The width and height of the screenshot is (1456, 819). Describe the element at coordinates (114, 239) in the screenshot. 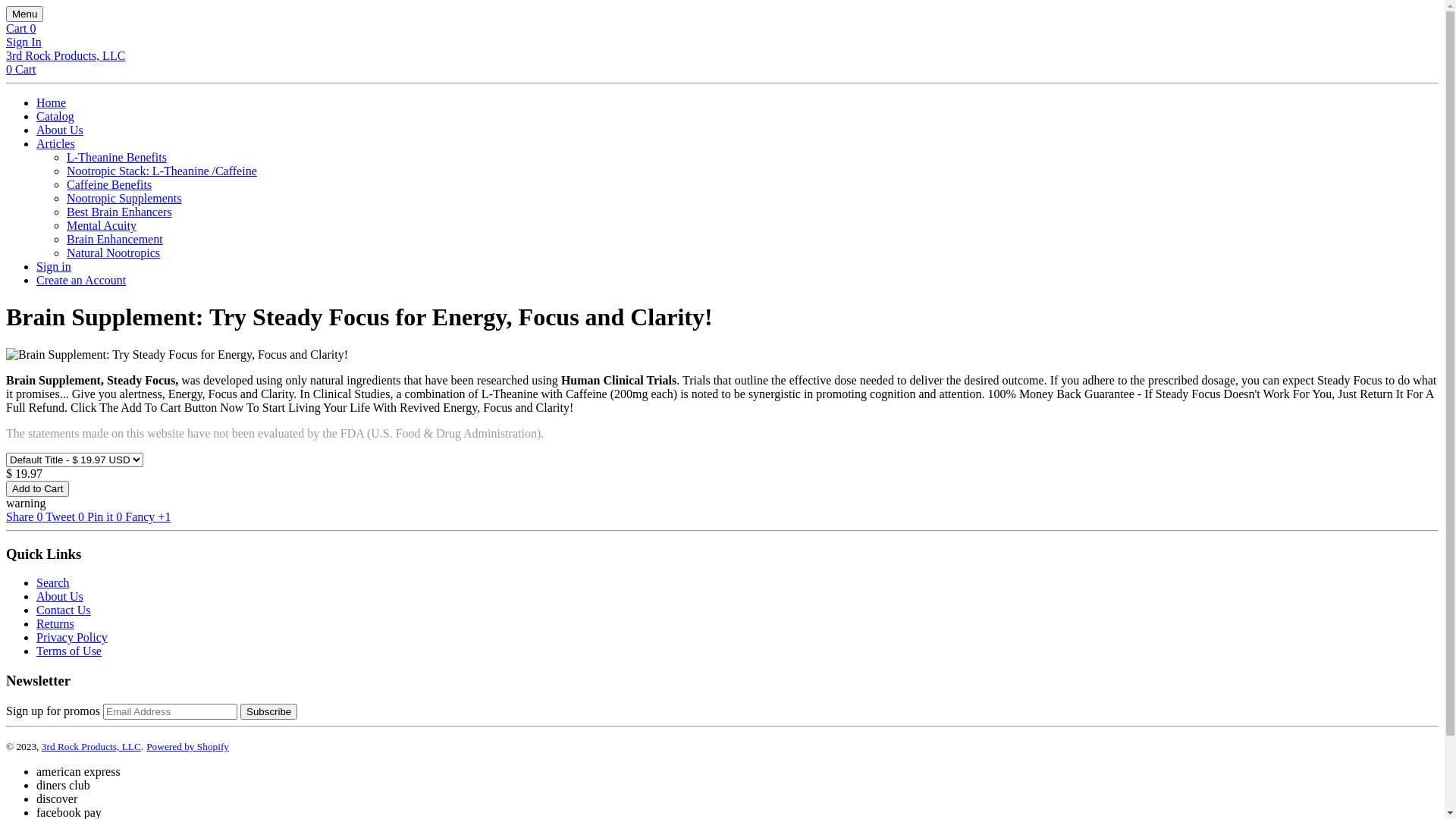

I see `'Brain Enhancement'` at that location.